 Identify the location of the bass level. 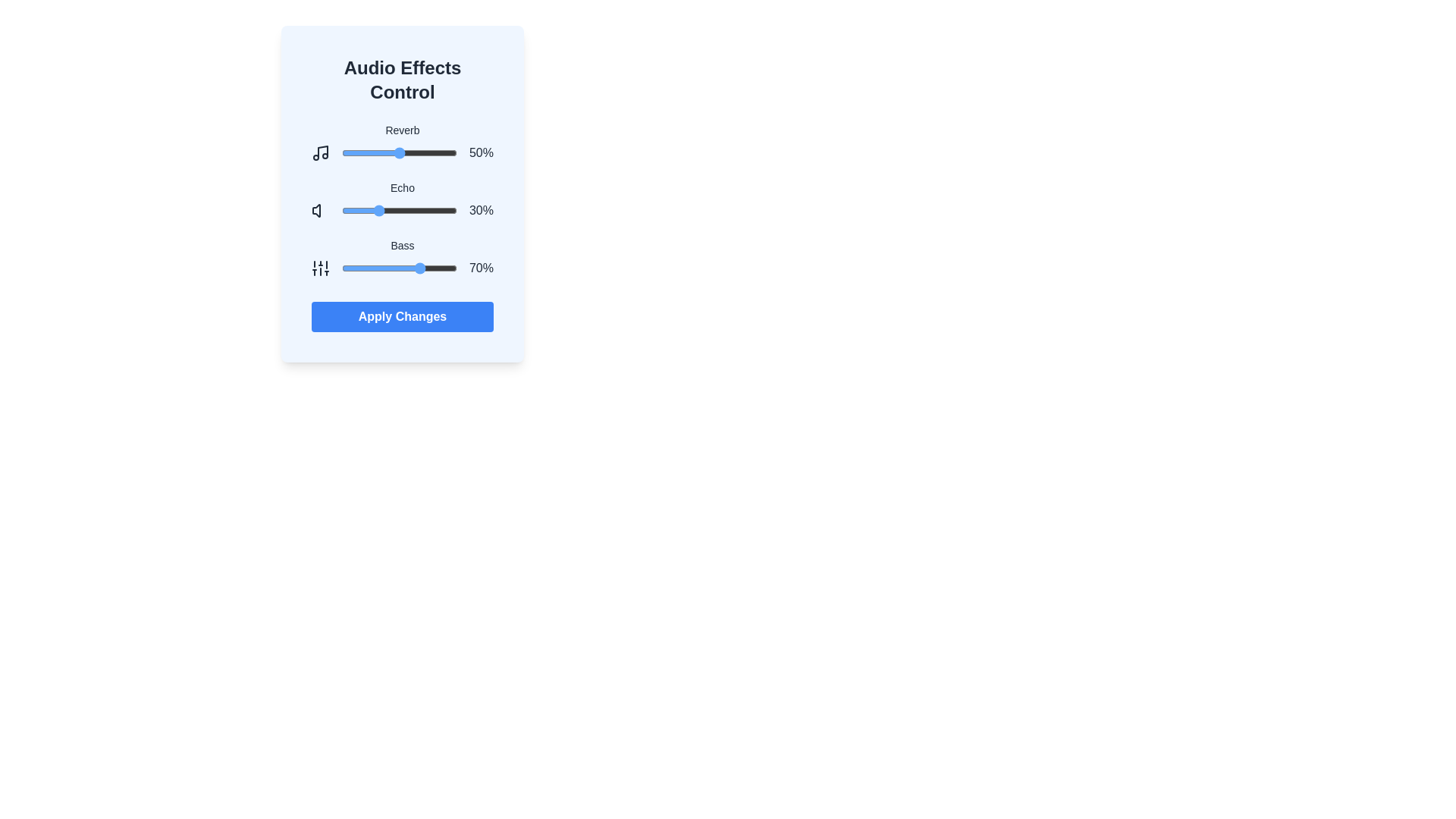
(432, 268).